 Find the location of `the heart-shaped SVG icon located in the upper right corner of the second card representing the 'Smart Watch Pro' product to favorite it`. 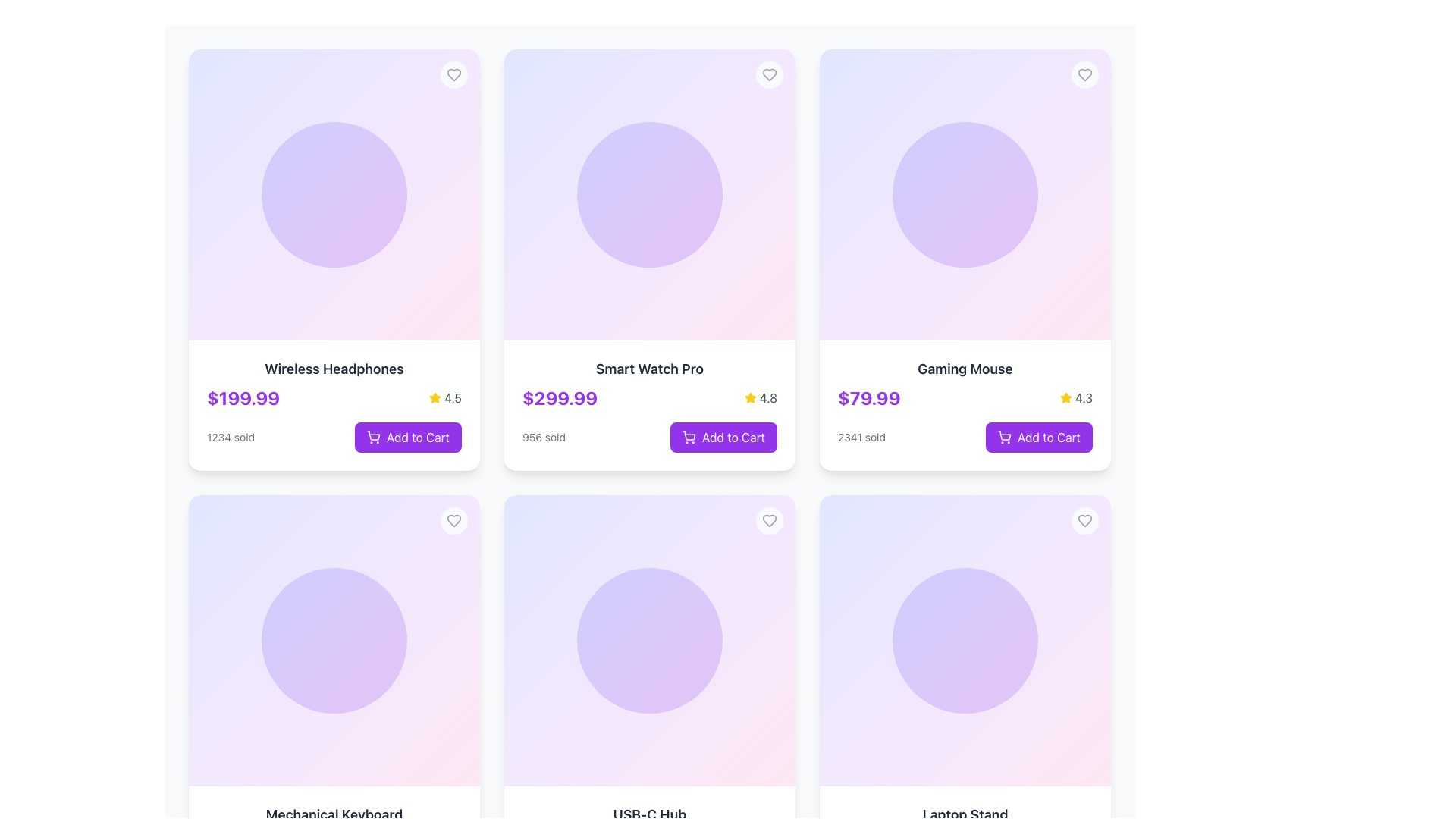

the heart-shaped SVG icon located in the upper right corner of the second card representing the 'Smart Watch Pro' product to favorite it is located at coordinates (769, 75).